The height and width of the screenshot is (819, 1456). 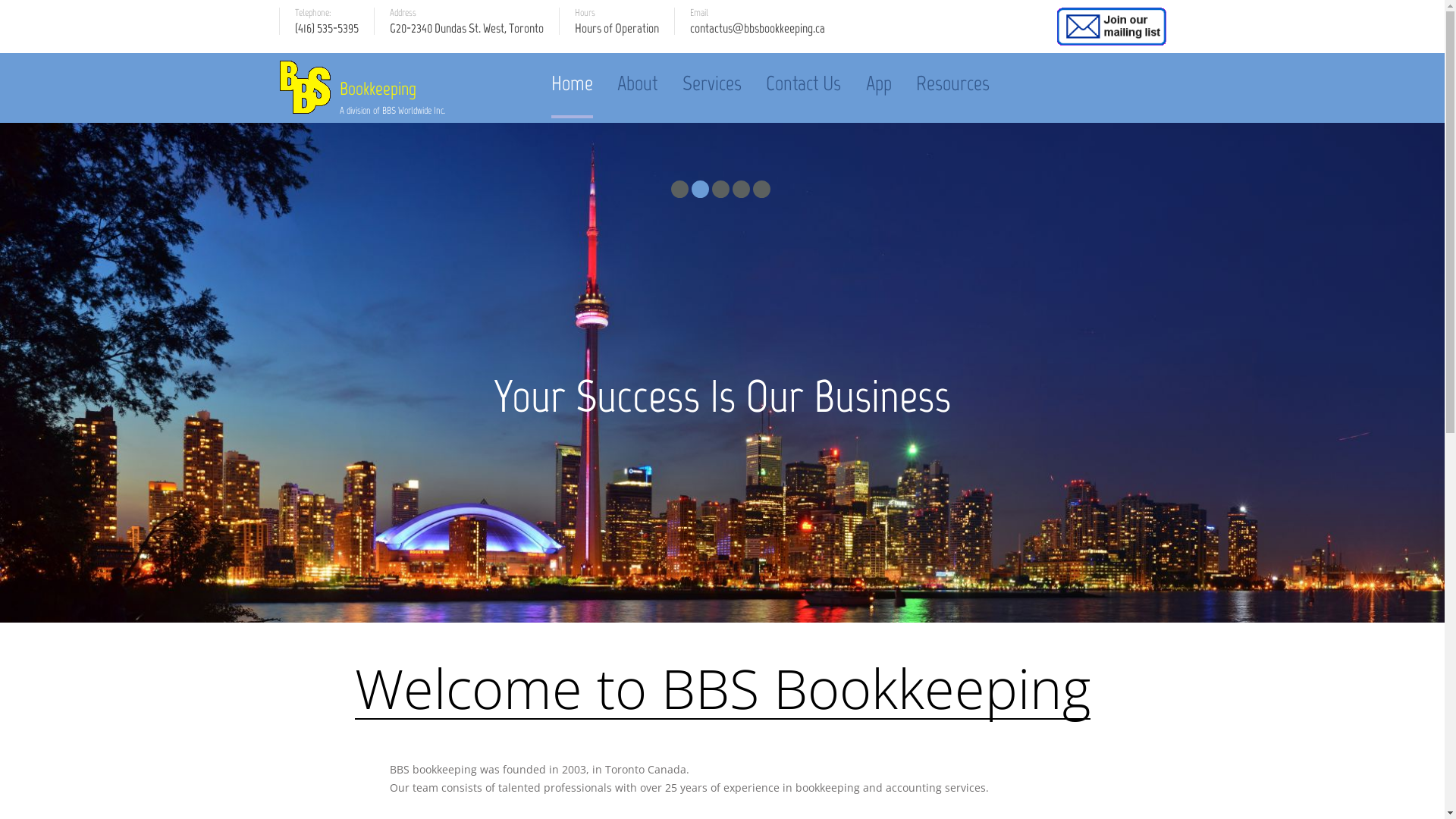 What do you see at coordinates (617, 34) in the screenshot?
I see `'Hours of Operation'` at bounding box center [617, 34].